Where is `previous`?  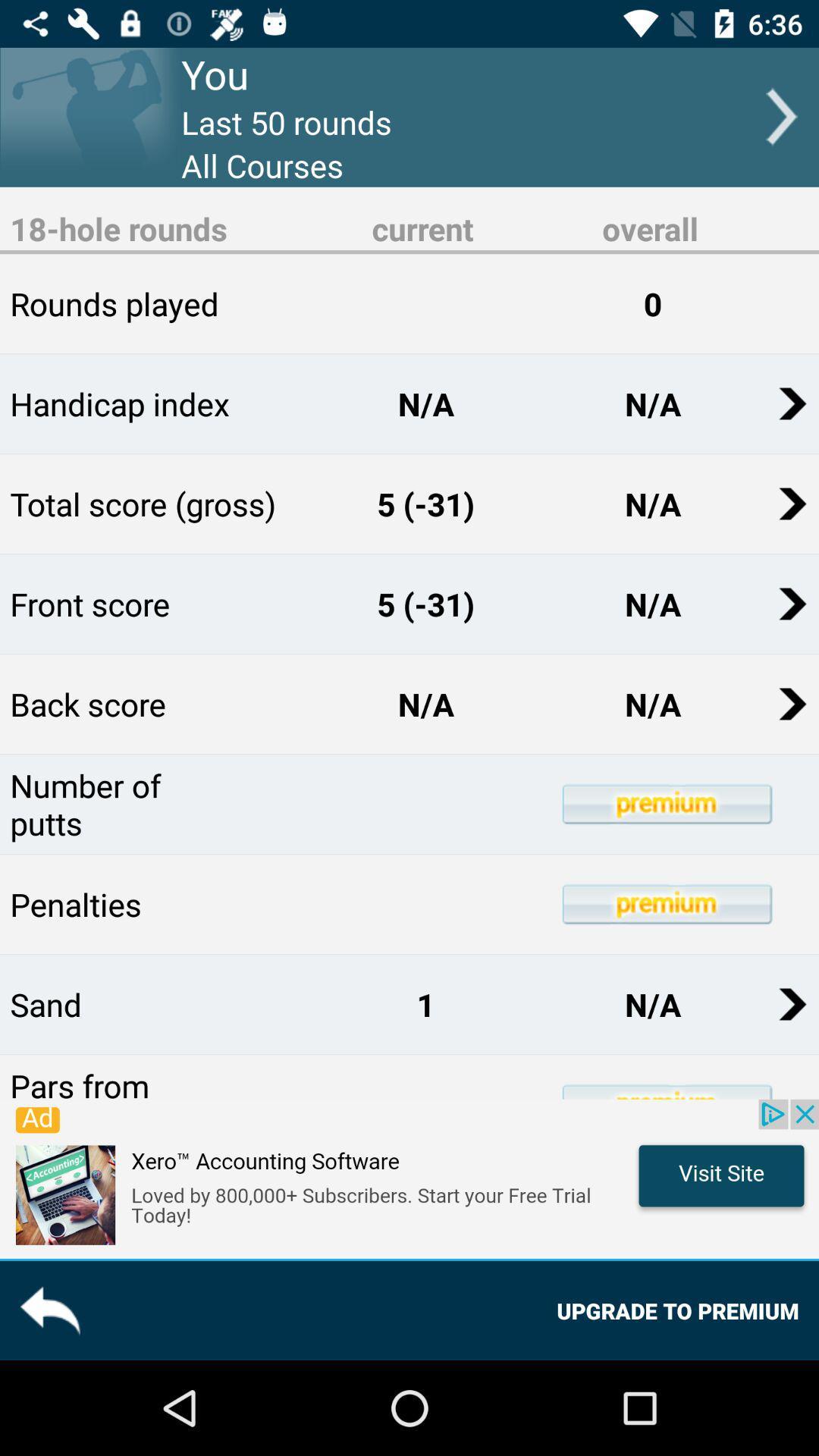
previous is located at coordinates (49, 1310).